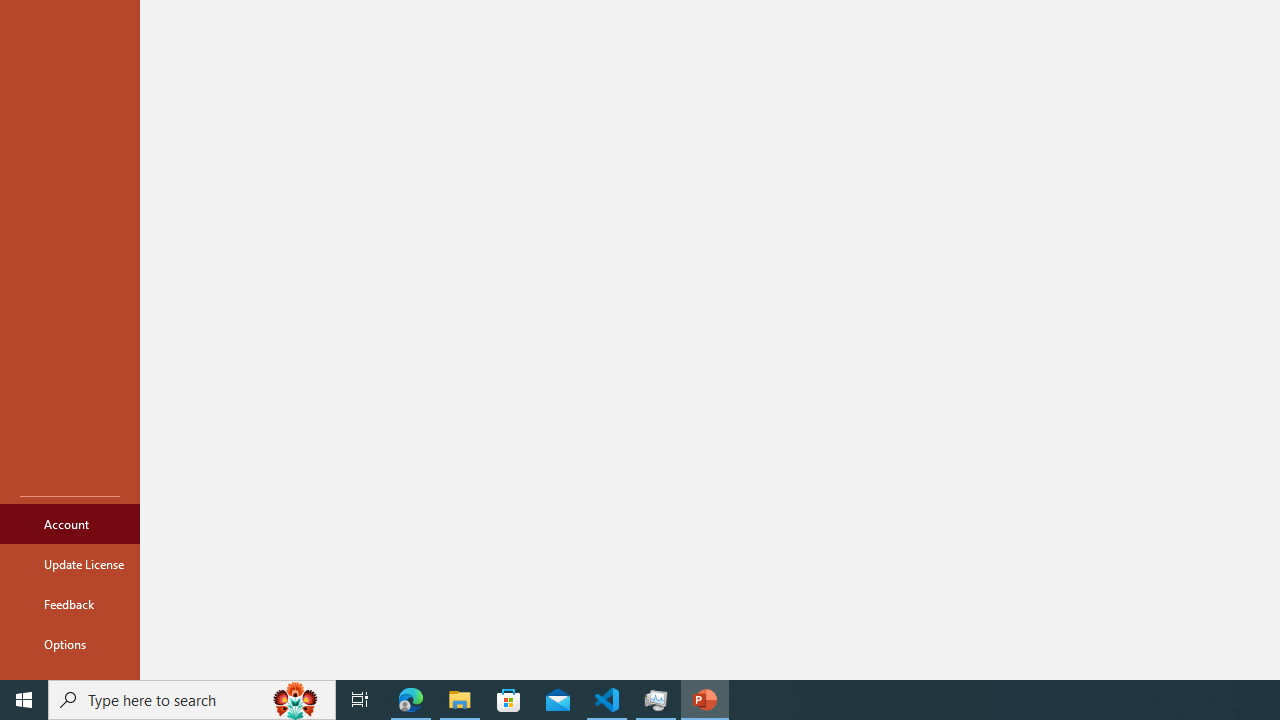 The width and height of the screenshot is (1280, 720). Describe the element at coordinates (509, 698) in the screenshot. I see `'Microsoft Store'` at that location.